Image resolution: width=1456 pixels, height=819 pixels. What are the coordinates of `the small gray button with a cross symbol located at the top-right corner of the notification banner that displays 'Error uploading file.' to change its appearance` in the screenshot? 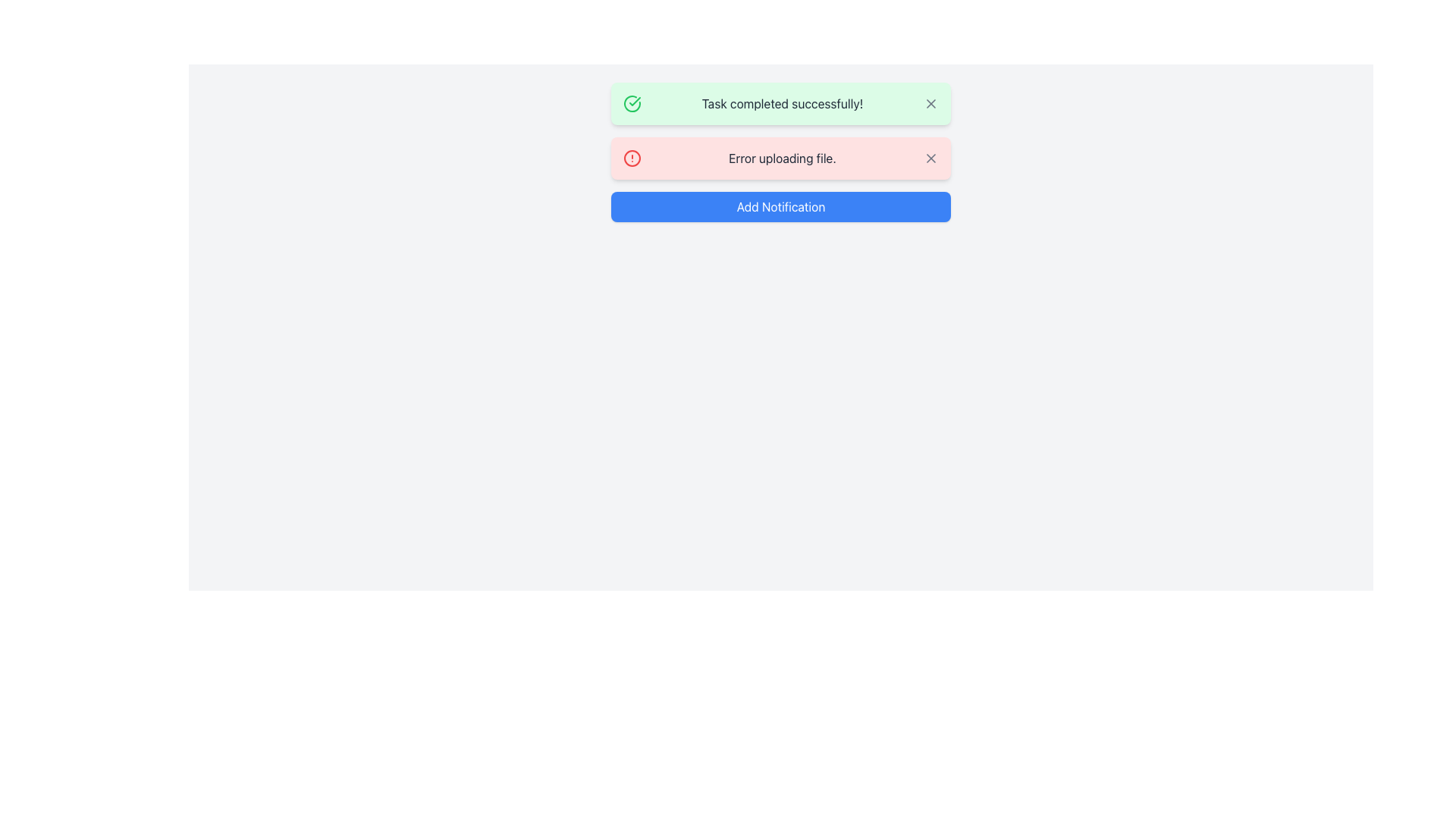 It's located at (930, 158).